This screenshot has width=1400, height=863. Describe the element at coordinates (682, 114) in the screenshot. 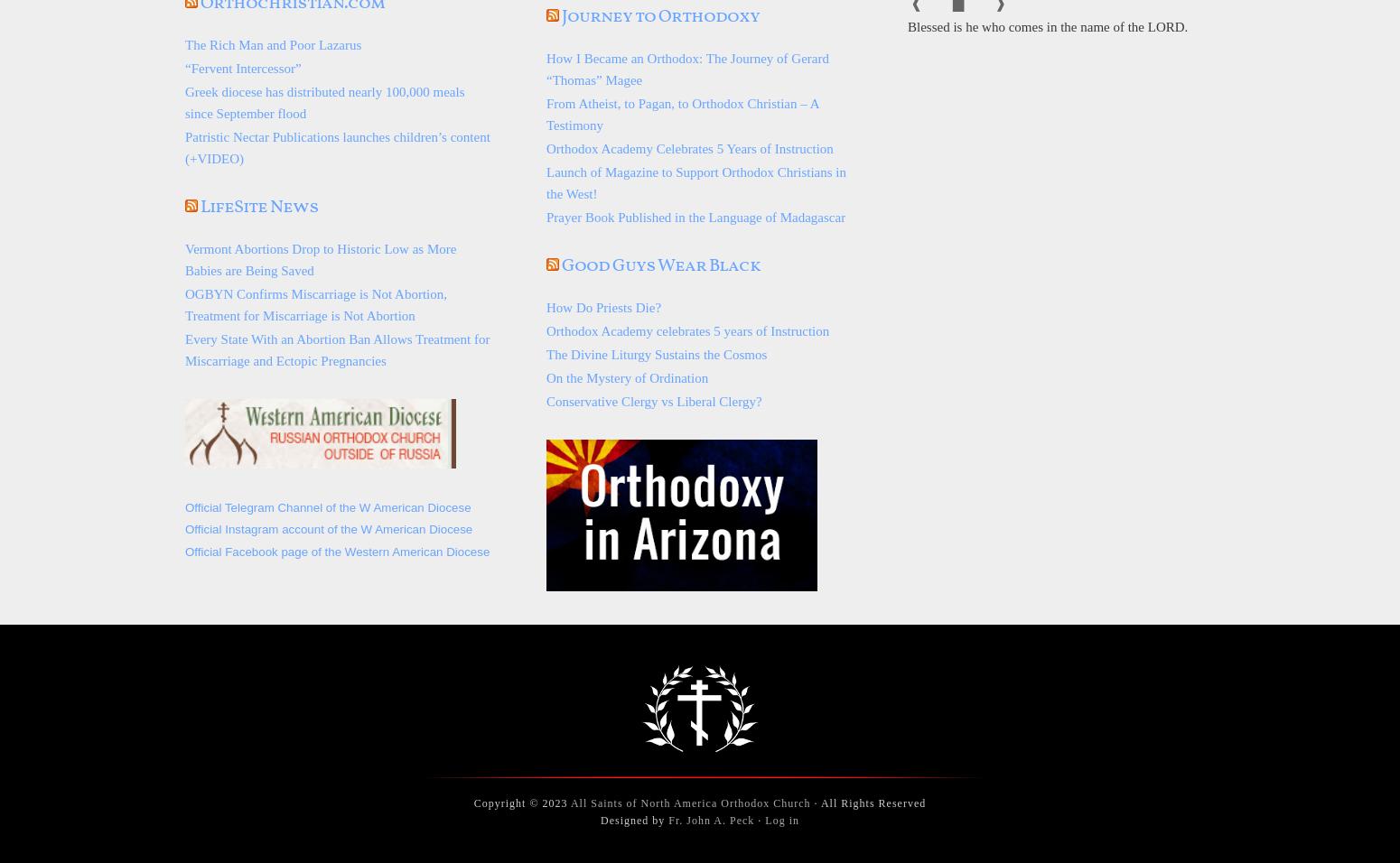

I see `'From Atheist, to Pagan, to Orthodox Christian – A Testimony'` at that location.